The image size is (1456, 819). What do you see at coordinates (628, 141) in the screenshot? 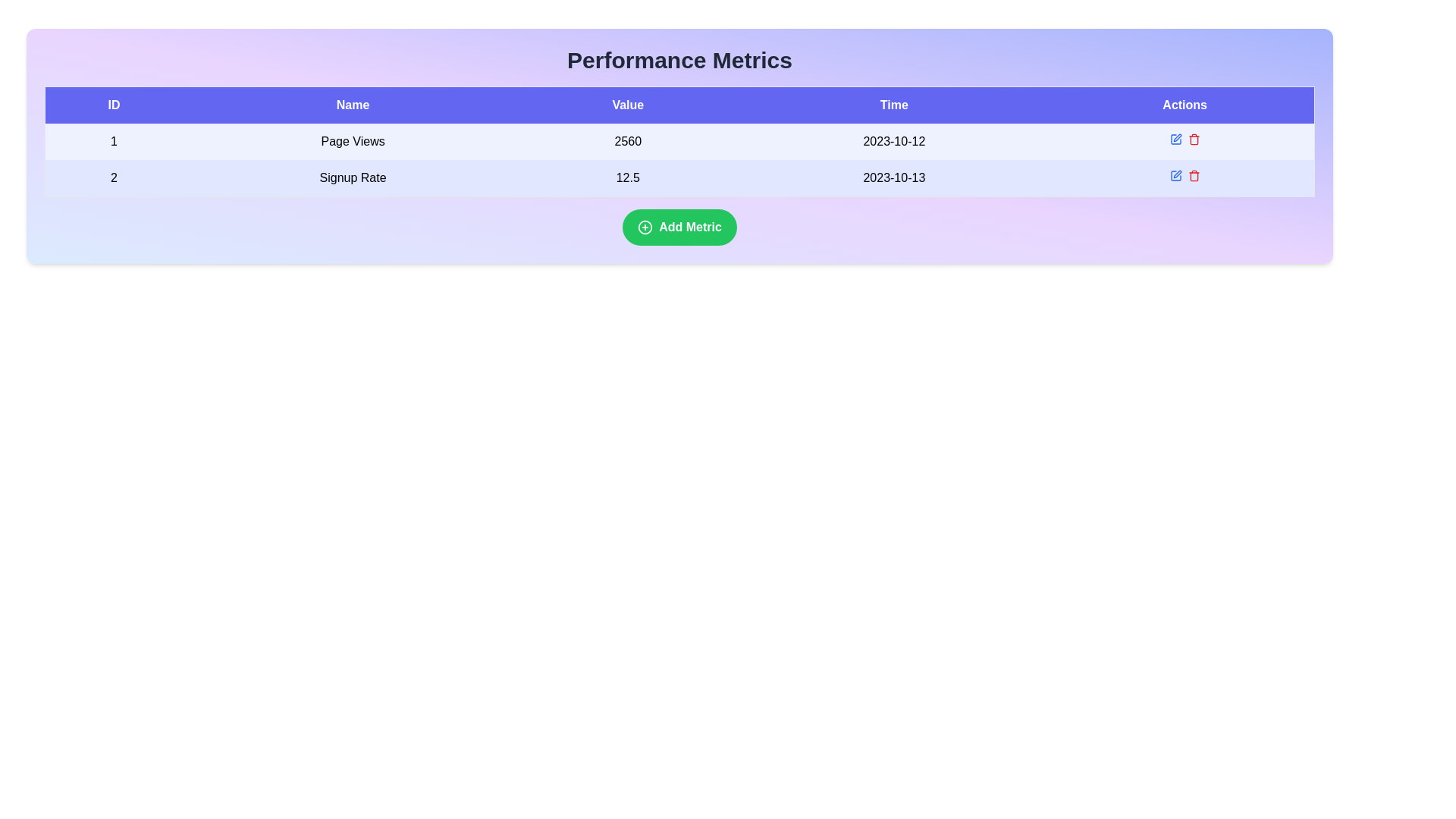
I see `the static text element displaying the number '2560' which is located in the third column of the first row within a table` at bounding box center [628, 141].